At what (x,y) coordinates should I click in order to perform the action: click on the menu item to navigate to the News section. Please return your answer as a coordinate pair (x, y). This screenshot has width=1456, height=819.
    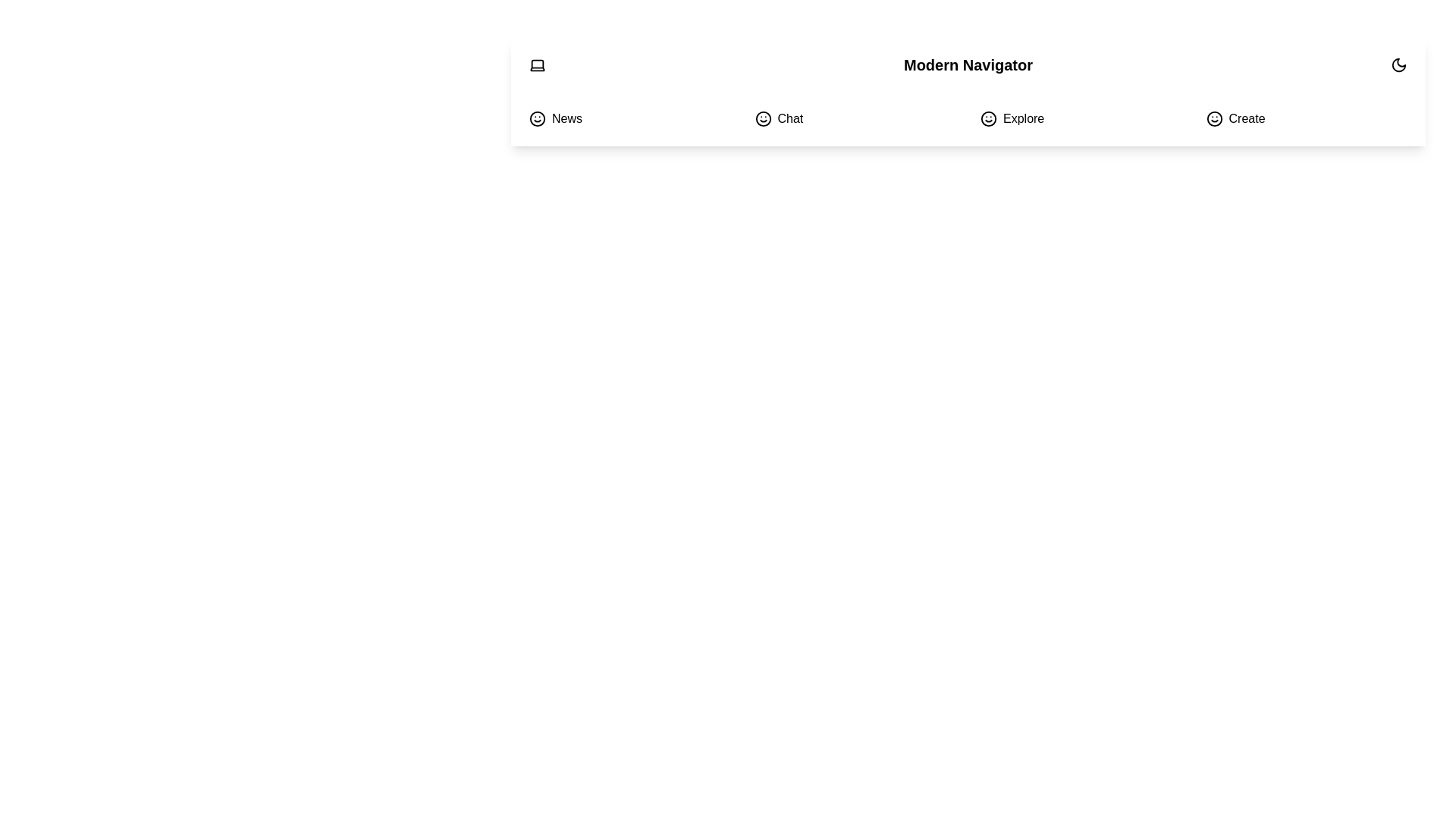
    Looking at the image, I should click on (629, 118).